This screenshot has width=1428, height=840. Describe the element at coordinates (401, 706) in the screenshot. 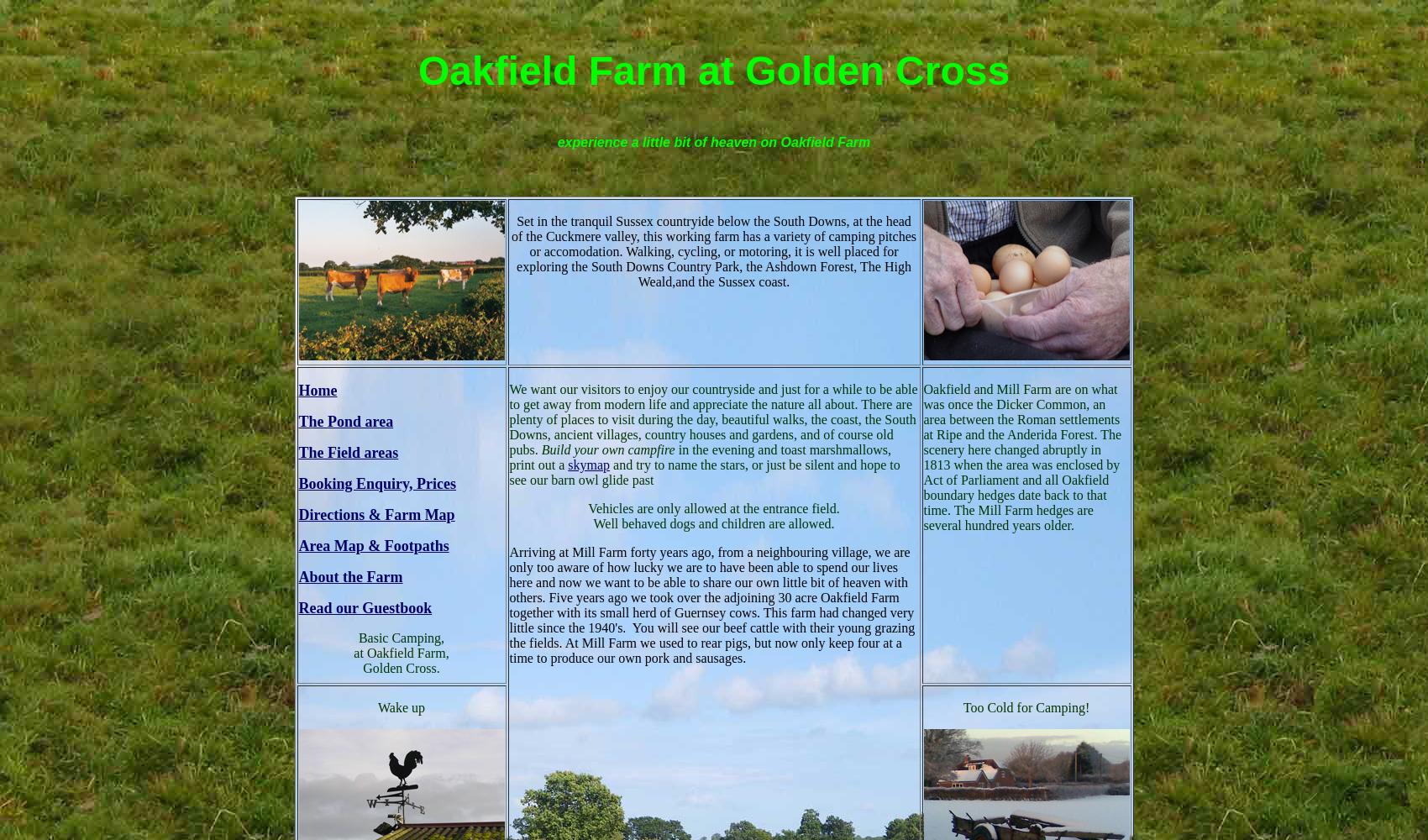

I see `'Wake up'` at that location.